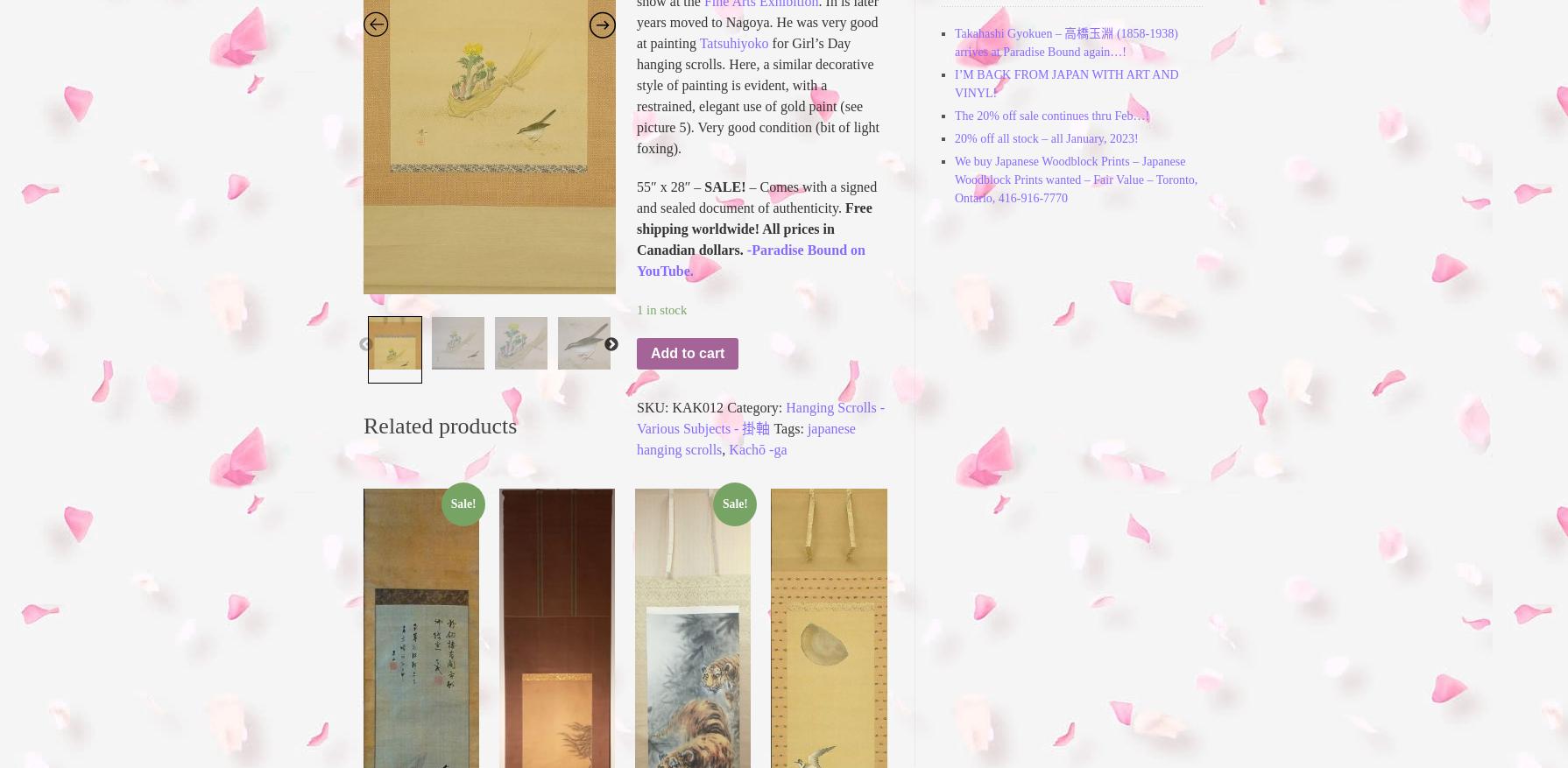 Image resolution: width=1568 pixels, height=768 pixels. What do you see at coordinates (732, 42) in the screenshot?
I see `'Tatsuhiyoko'` at bounding box center [732, 42].